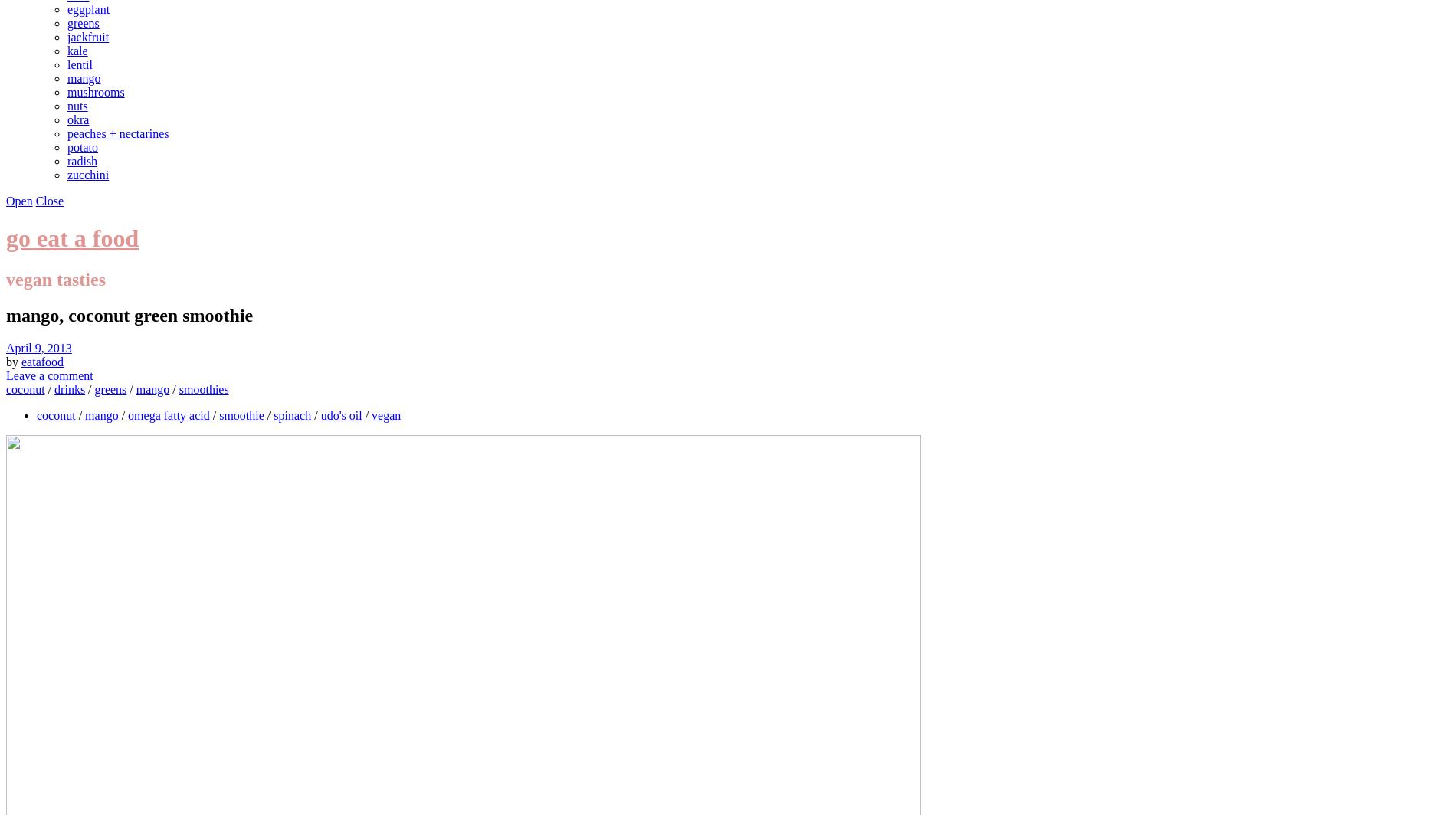  Describe the element at coordinates (87, 37) in the screenshot. I see `'jackfruit'` at that location.